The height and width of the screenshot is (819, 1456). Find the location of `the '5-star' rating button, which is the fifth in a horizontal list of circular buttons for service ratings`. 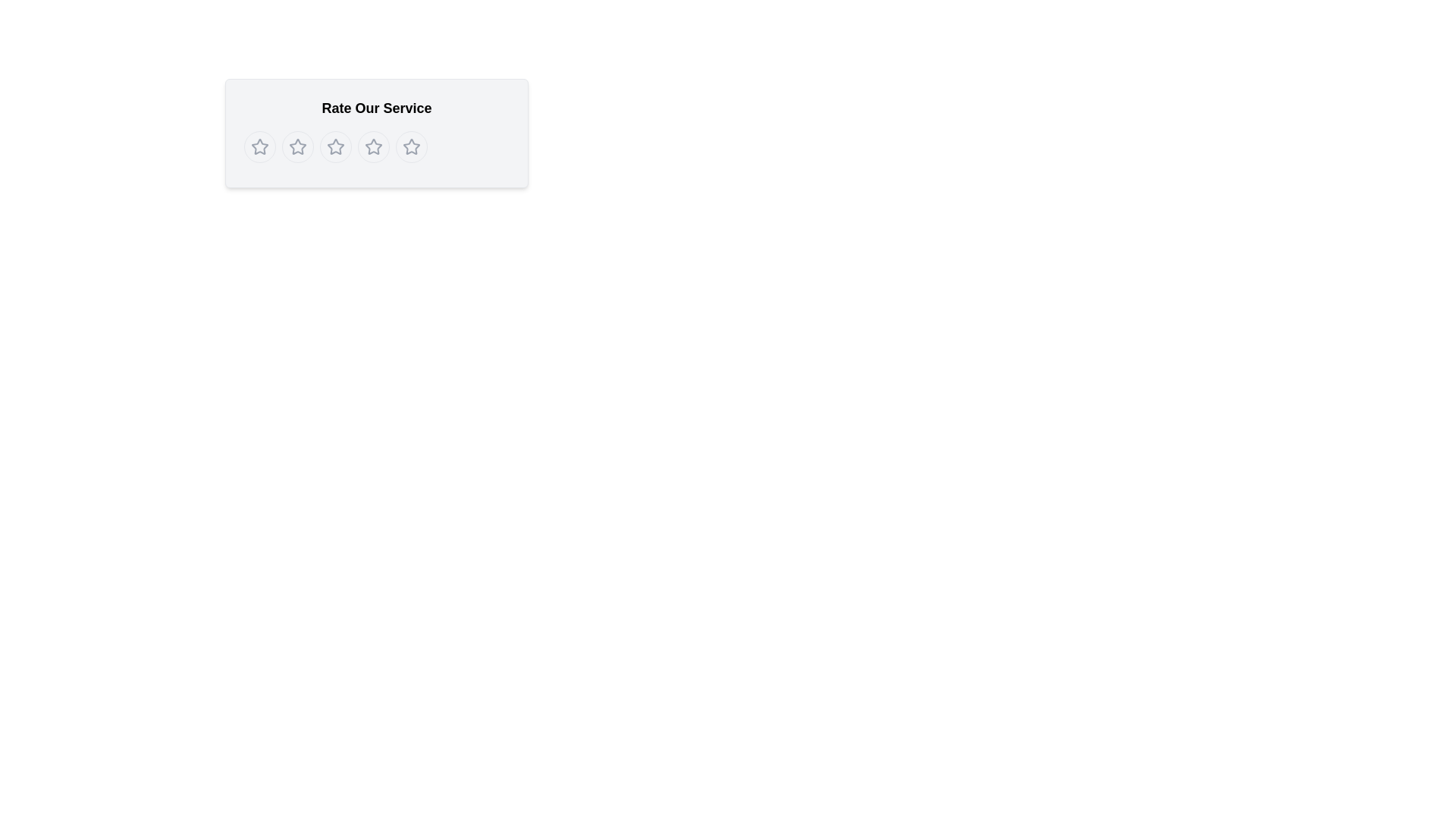

the '5-star' rating button, which is the fifth in a horizontal list of circular buttons for service ratings is located at coordinates (411, 146).